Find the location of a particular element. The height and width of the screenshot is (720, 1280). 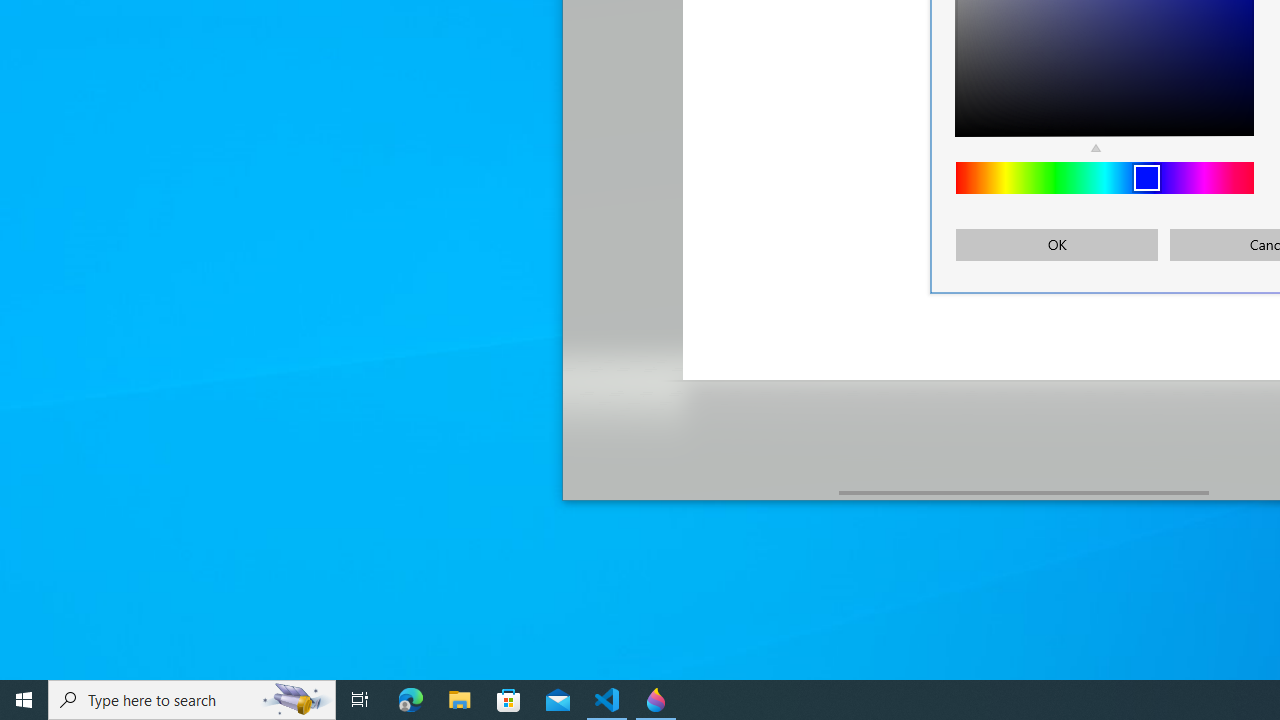

'File Explorer' is located at coordinates (459, 698).